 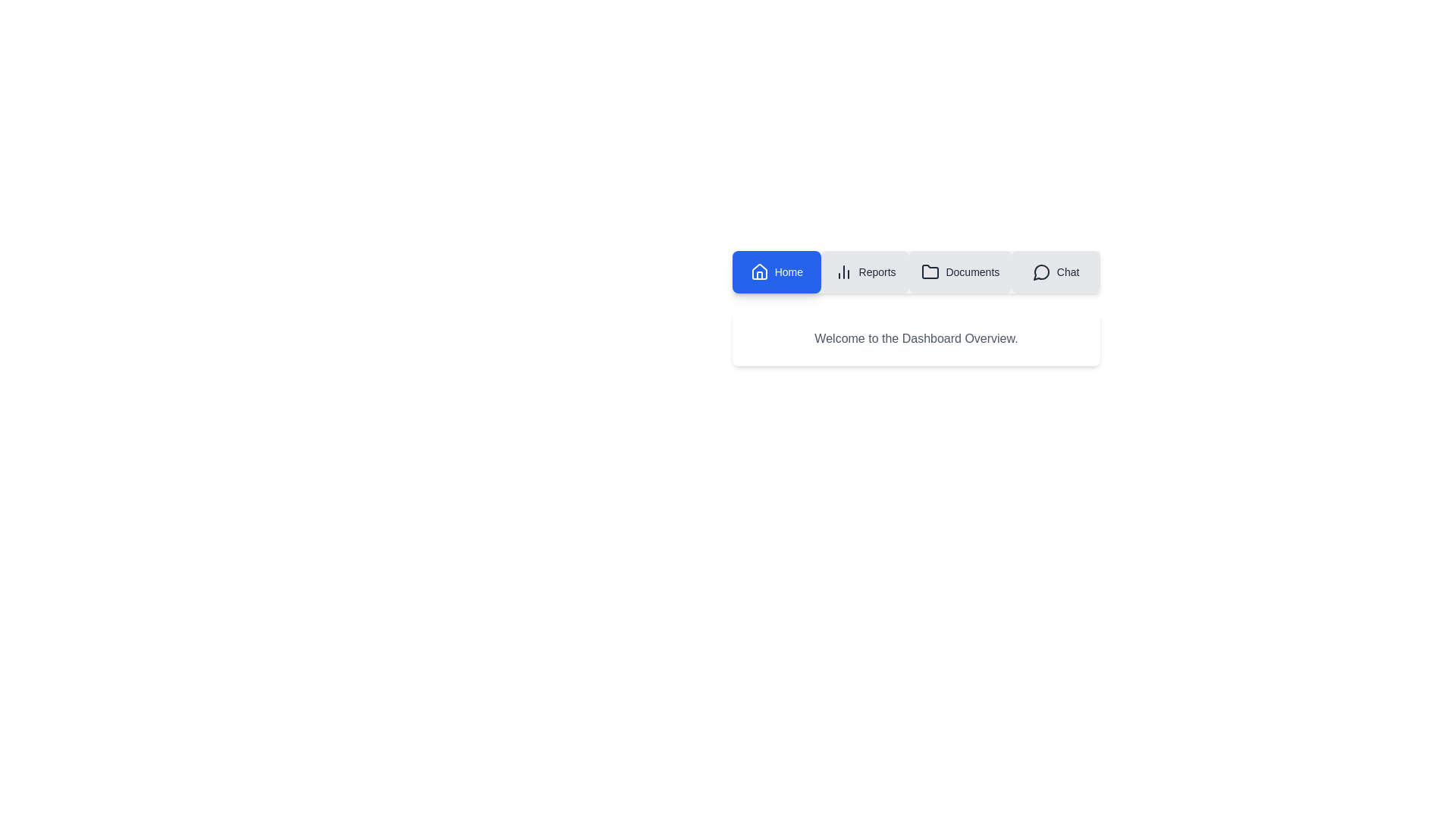 What do you see at coordinates (865, 271) in the screenshot?
I see `the tab labeled Reports` at bounding box center [865, 271].